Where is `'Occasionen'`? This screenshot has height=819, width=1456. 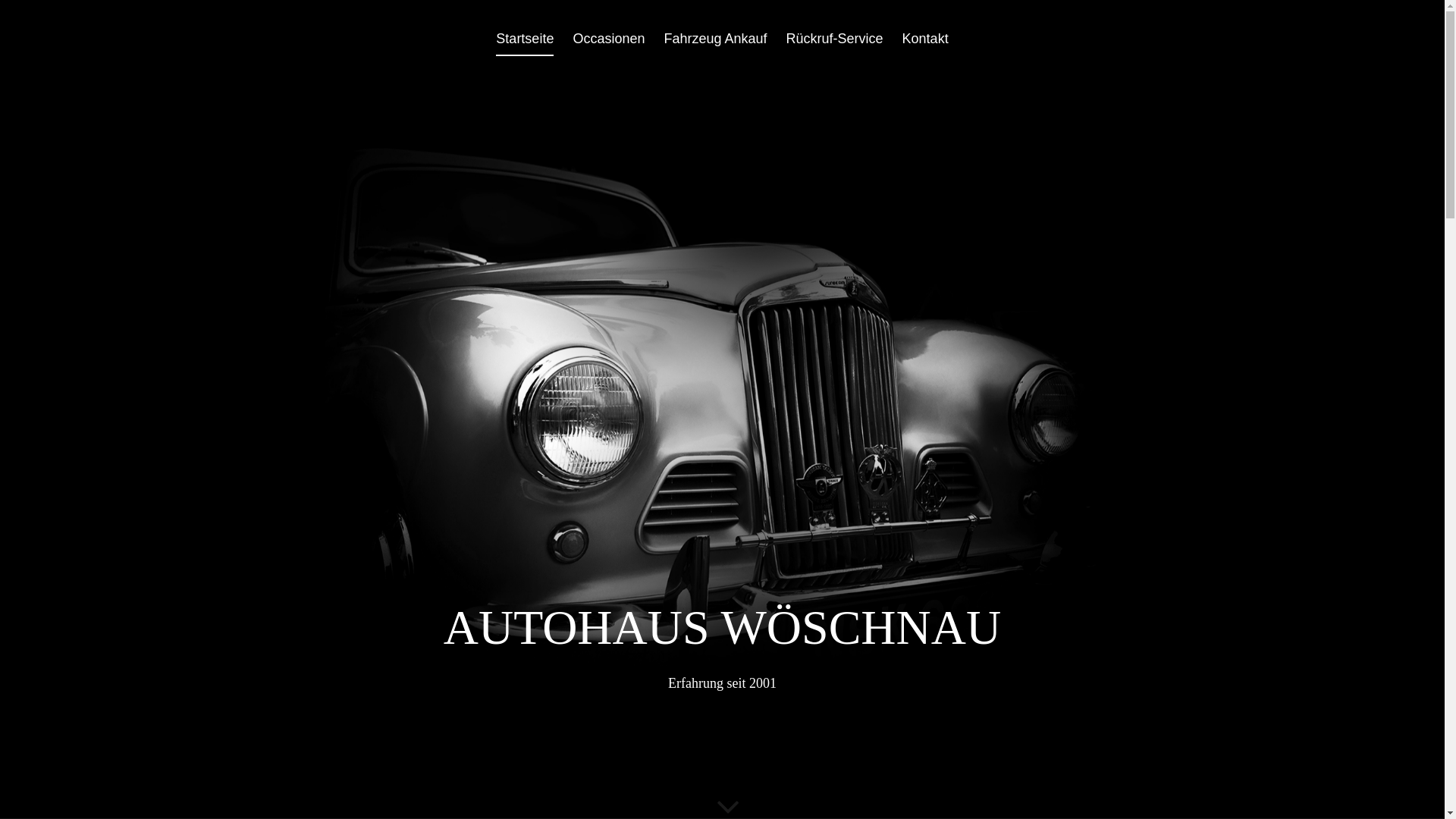
'Occasionen' is located at coordinates (571, 42).